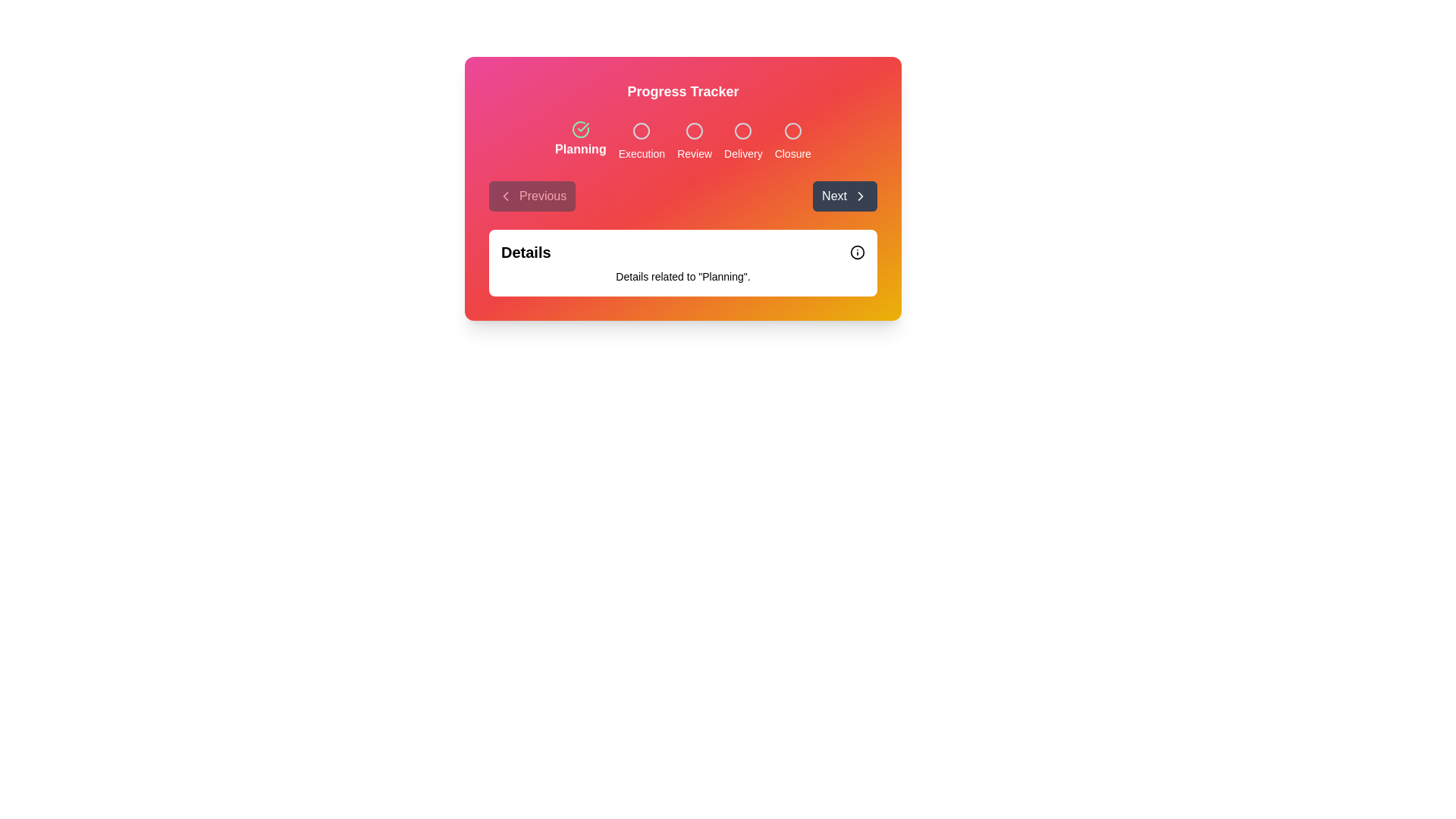  I want to click on the circular green icon with a checkmark, which is the first icon in the progress tracker located above the text 'Planning', so click(579, 128).